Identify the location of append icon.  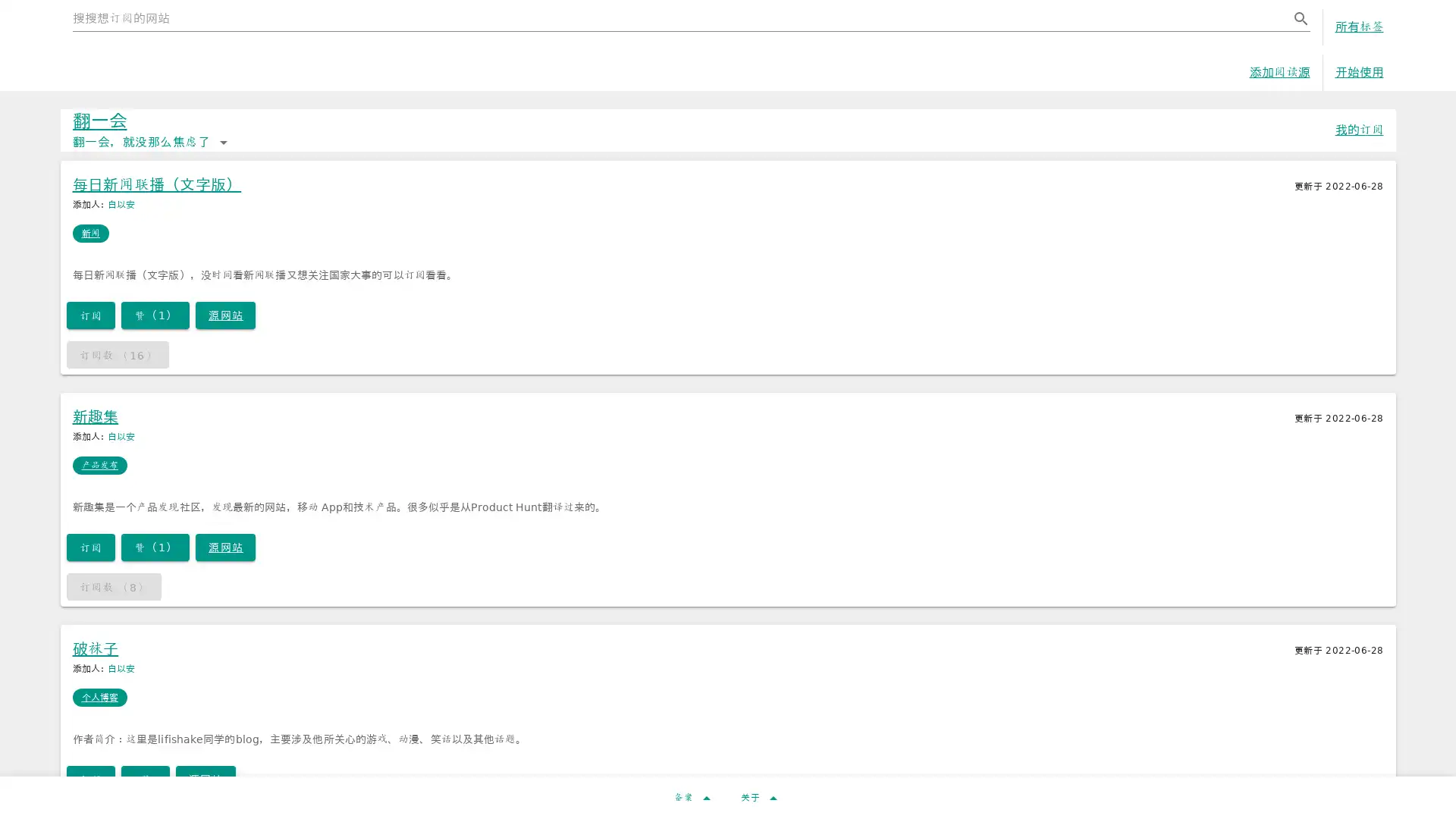
(1299, 18).